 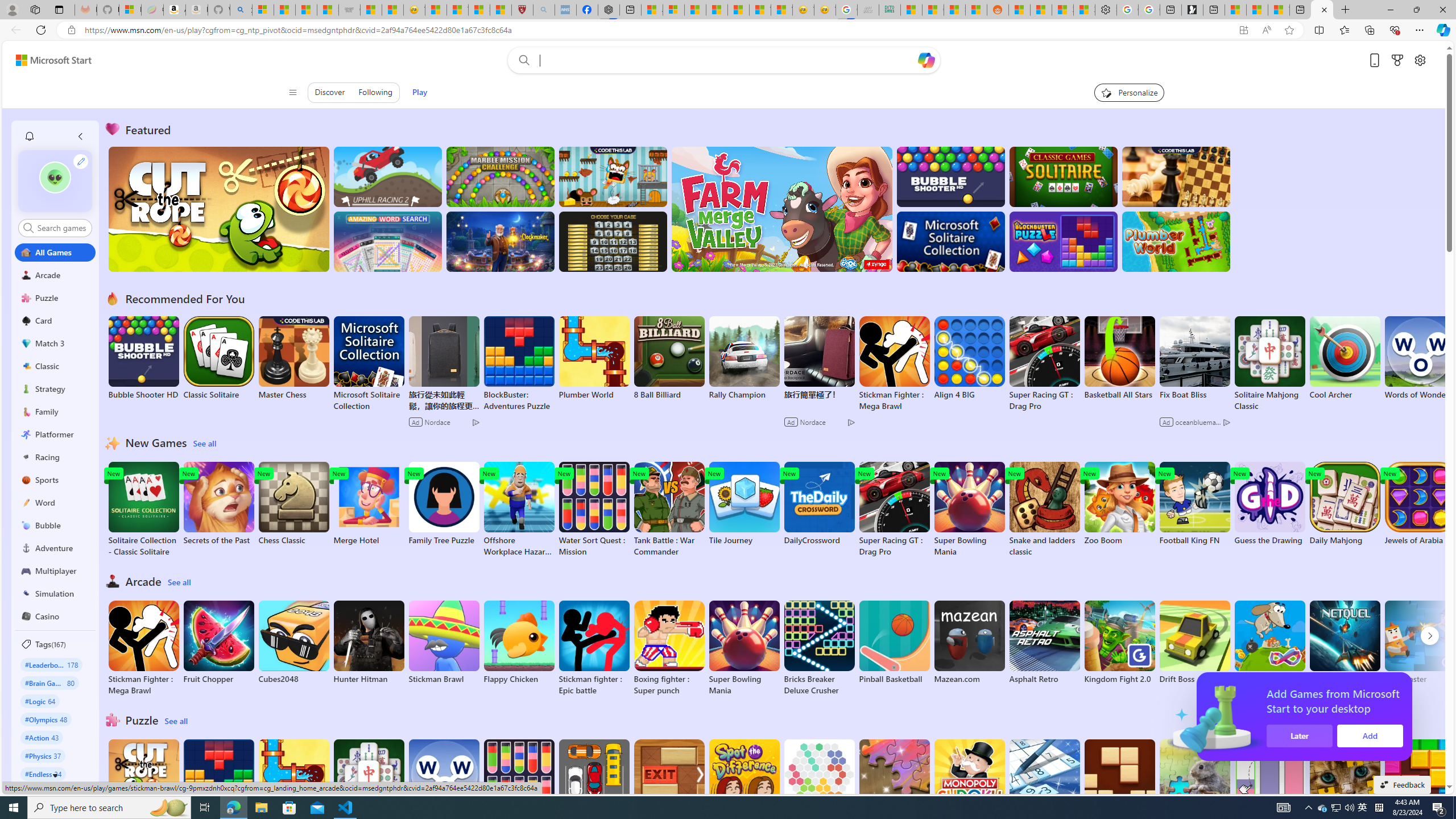 I want to click on 'Amazing Word Search', so click(x=387, y=241).